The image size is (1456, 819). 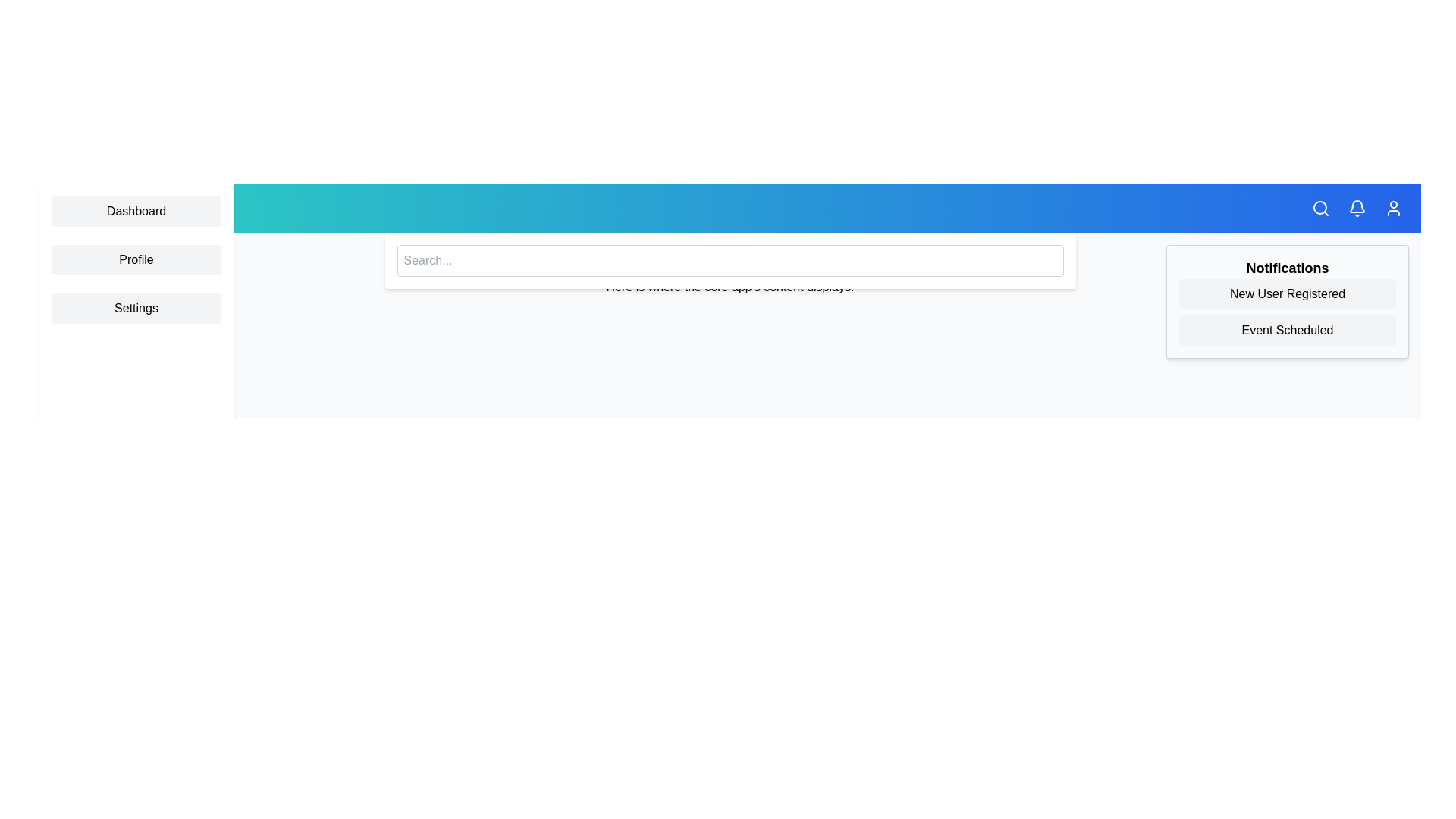 What do you see at coordinates (730, 287) in the screenshot?
I see `the static text element that serves as a description for the content section, positioned below the heading 'Content Area.'` at bounding box center [730, 287].